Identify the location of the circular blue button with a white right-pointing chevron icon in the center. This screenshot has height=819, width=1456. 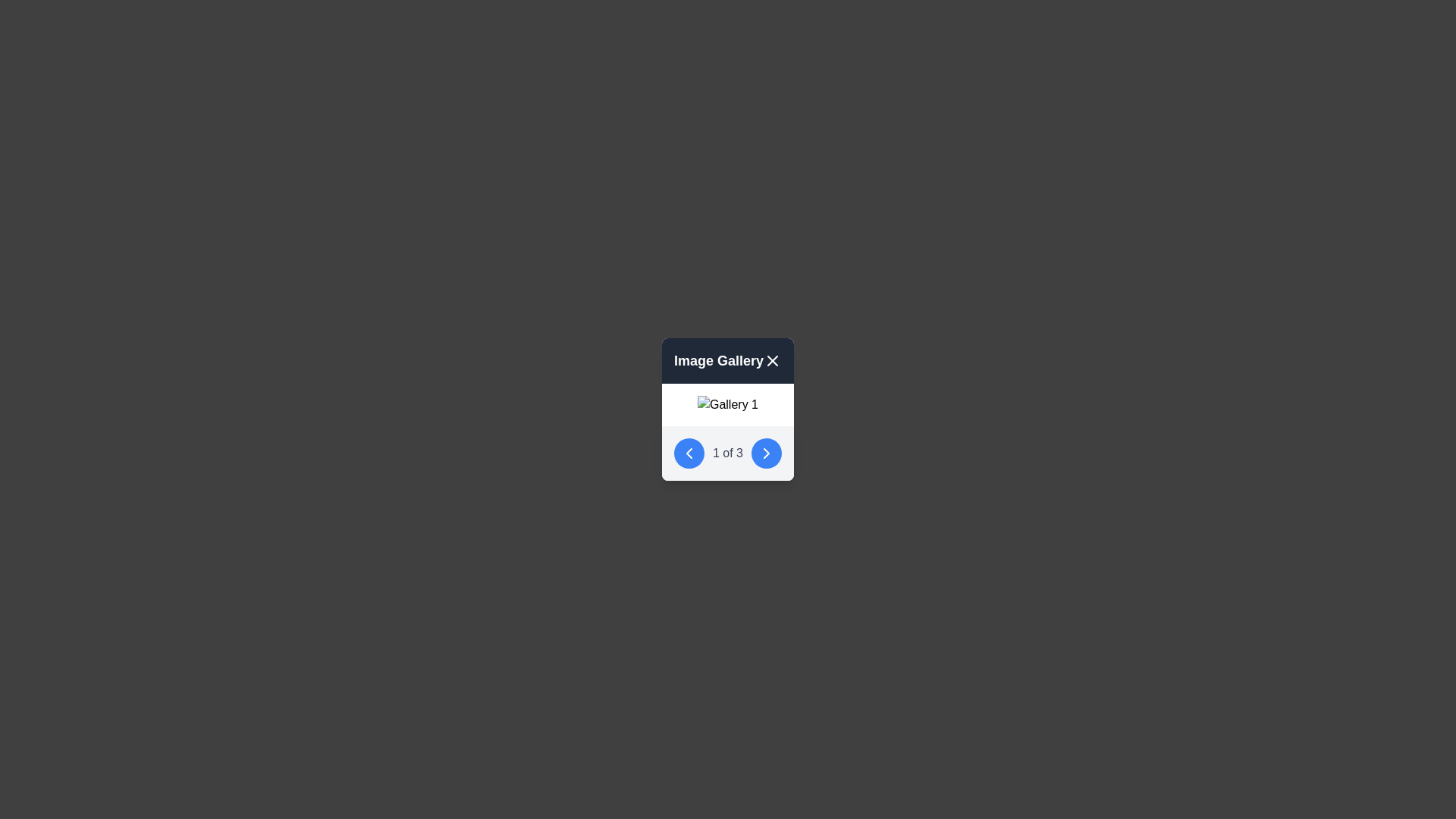
(767, 452).